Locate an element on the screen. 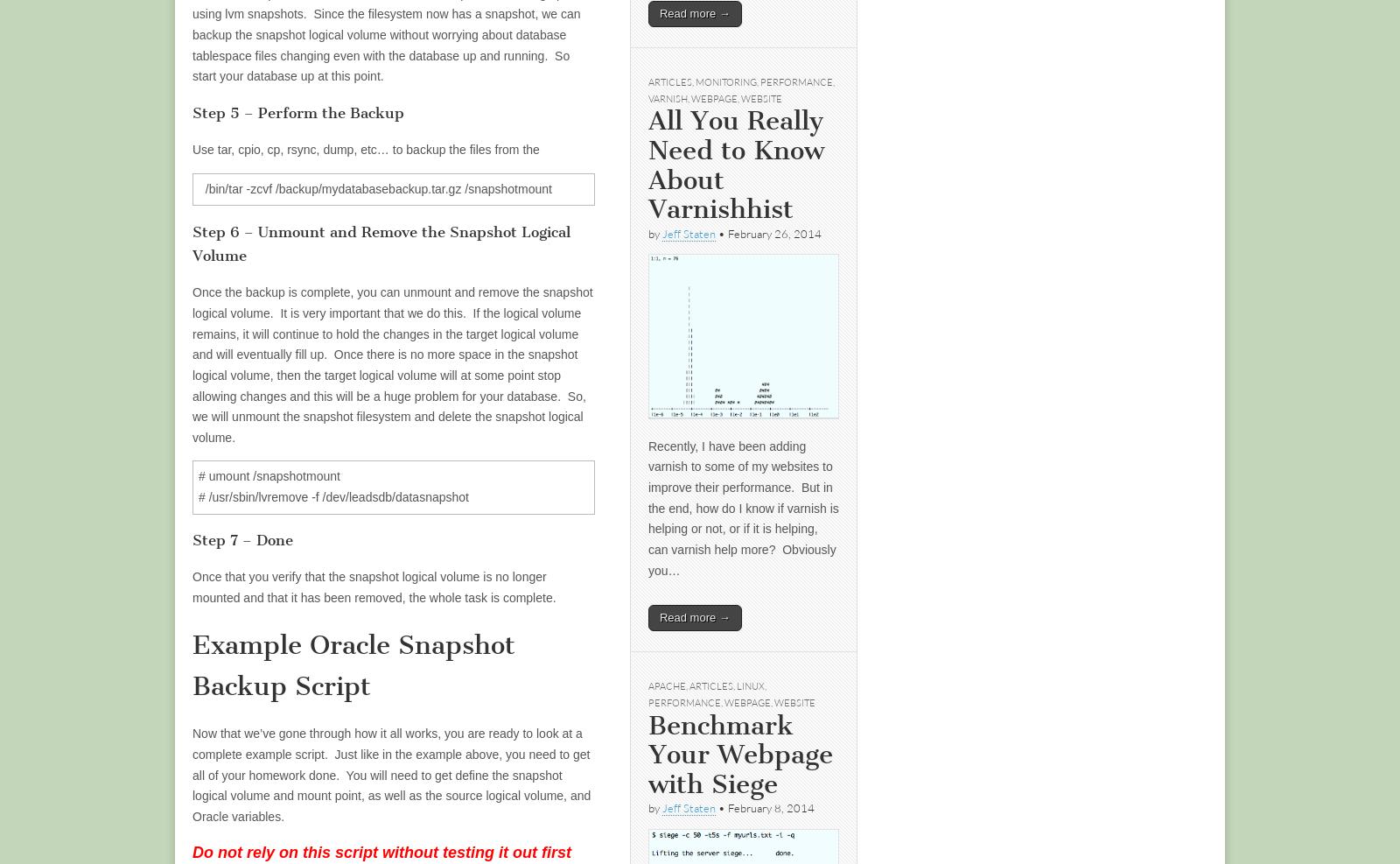 Image resolution: width=1400 pixels, height=864 pixels. 'Once the backup is complete, you can unmount and remove the snapshot logical volume.  It is very important that we do this.  If the logical volume remains, it will continue to hold the changes in the target logical volume and will eventually fill up.  Once there is no more space in the snapshot logical volume, then the target logical volume will at some point stop allowing changes and this will be a huge problem for your database.  So, we will unmount the snapshot filesystem and delete the snapshot logical volume.' is located at coordinates (192, 364).